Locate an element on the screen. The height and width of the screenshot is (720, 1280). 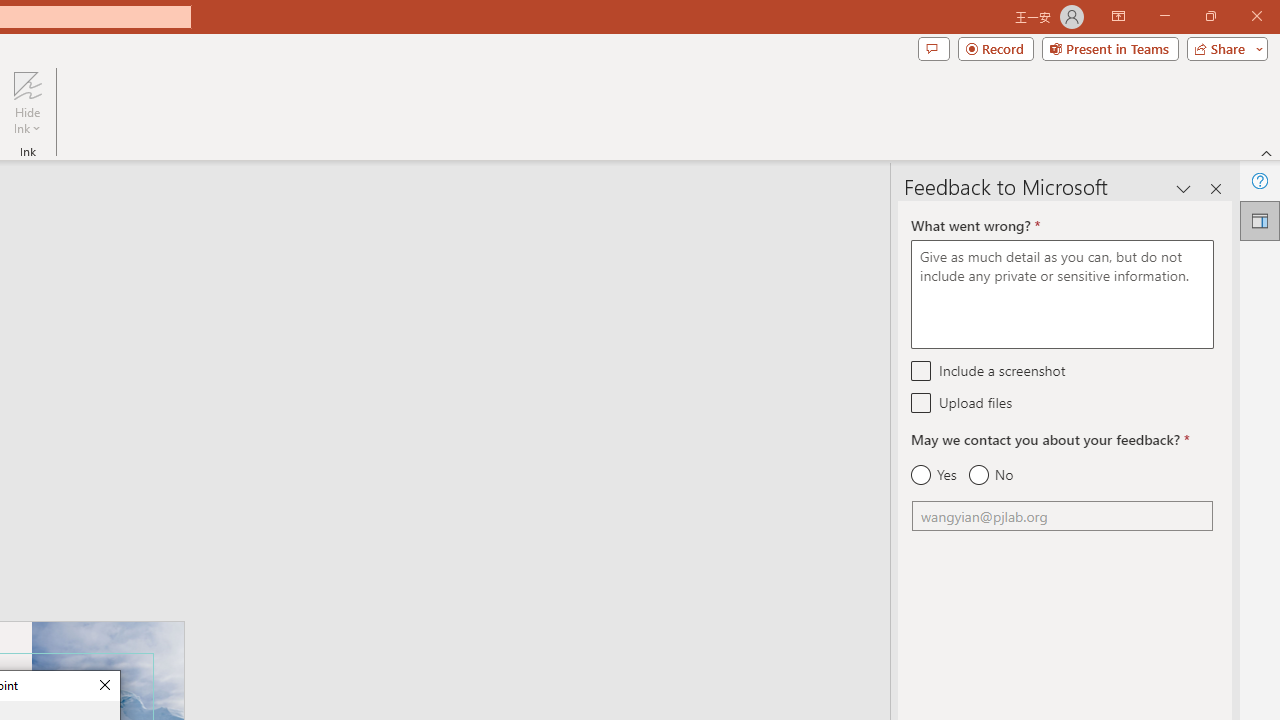
'No' is located at coordinates (990, 475).